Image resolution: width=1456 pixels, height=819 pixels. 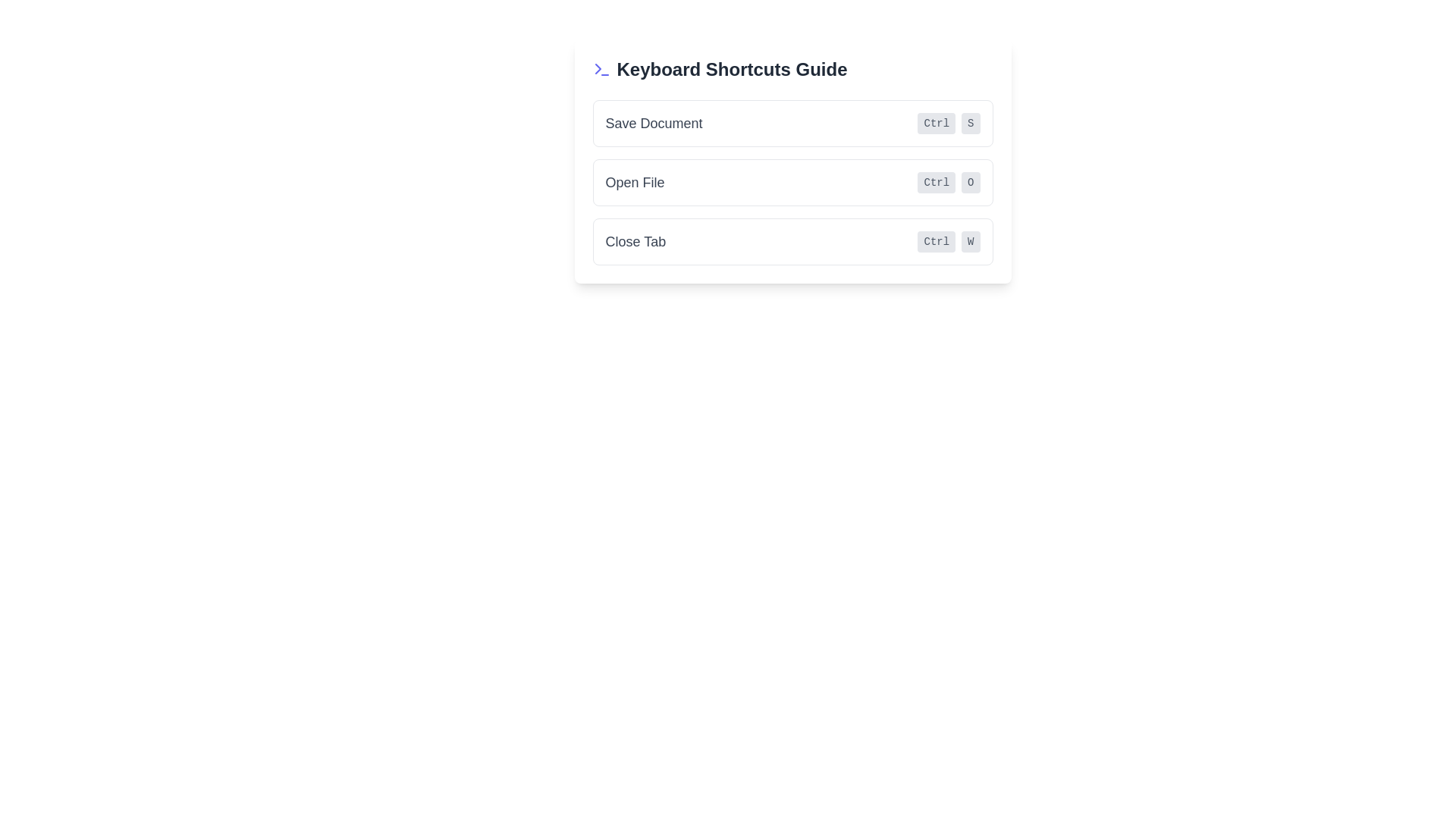 What do you see at coordinates (792, 181) in the screenshot?
I see `the keyboard shortcut entry for 'Open File', which is the second item in the vertical list of shortcut commands` at bounding box center [792, 181].